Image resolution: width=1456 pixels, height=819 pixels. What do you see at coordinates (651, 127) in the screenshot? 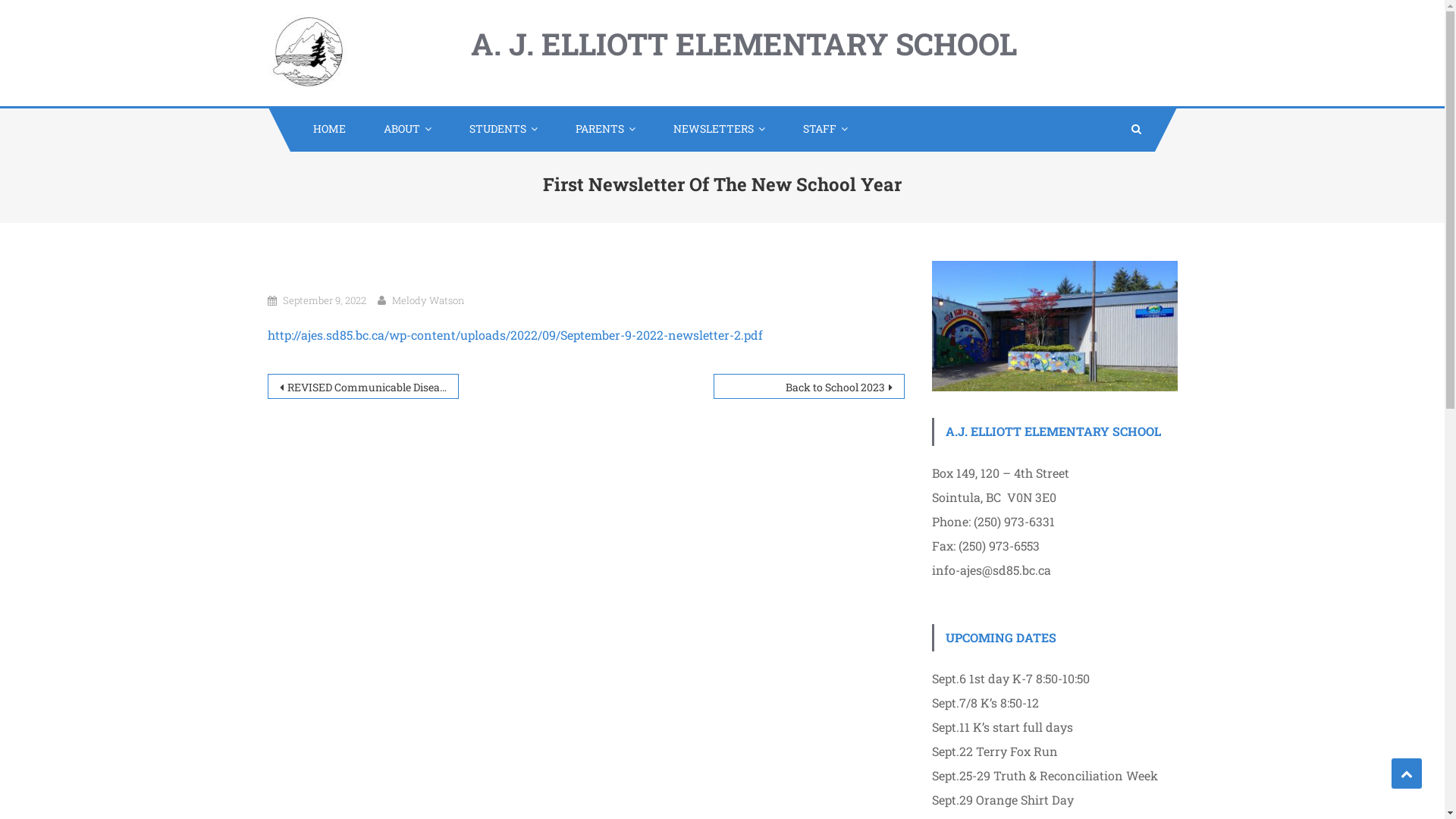
I see `'NEWSLETTERS'` at bounding box center [651, 127].